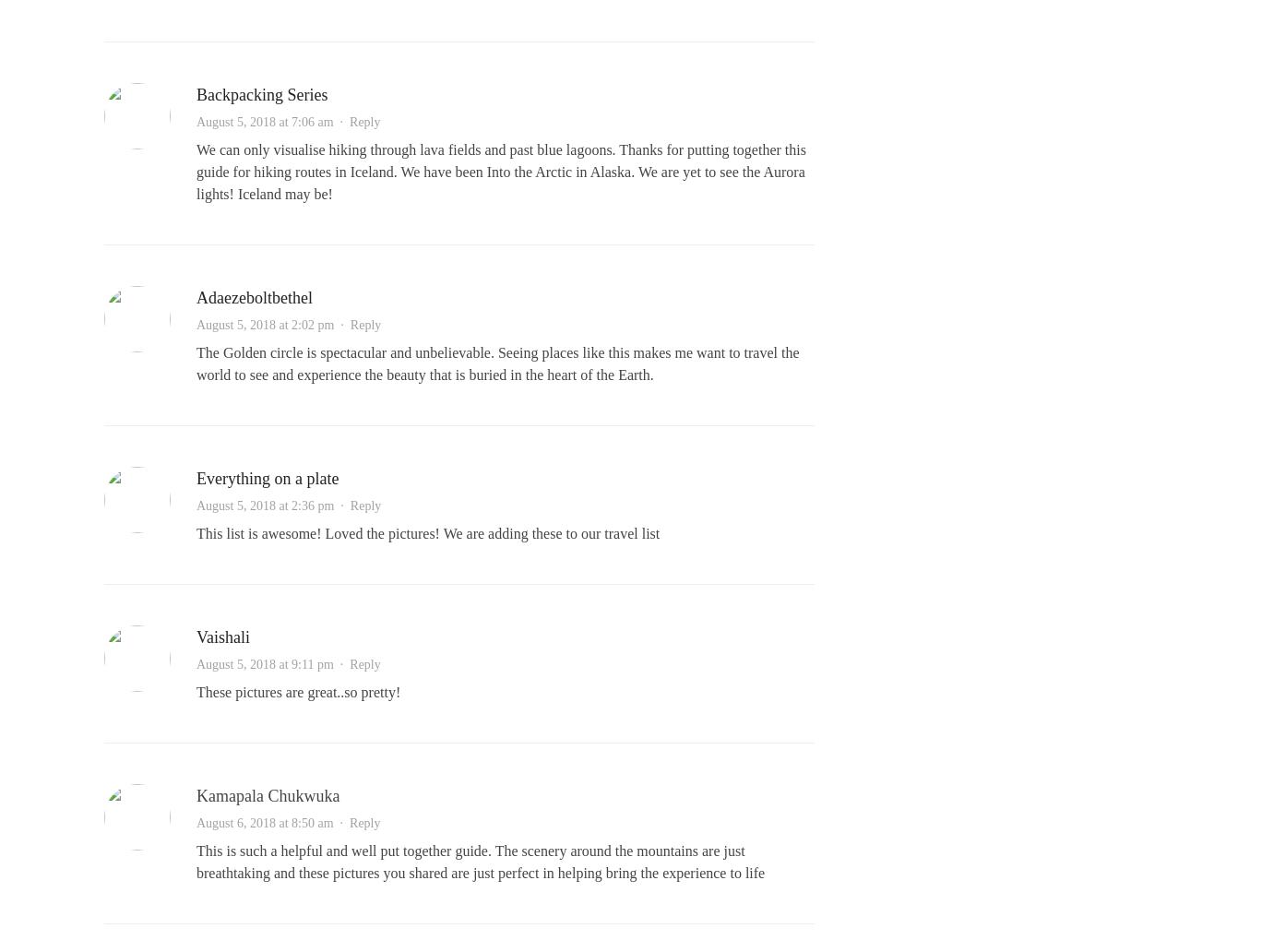 Image resolution: width=1274 pixels, height=952 pixels. I want to click on 'Vaishali', so click(222, 637).